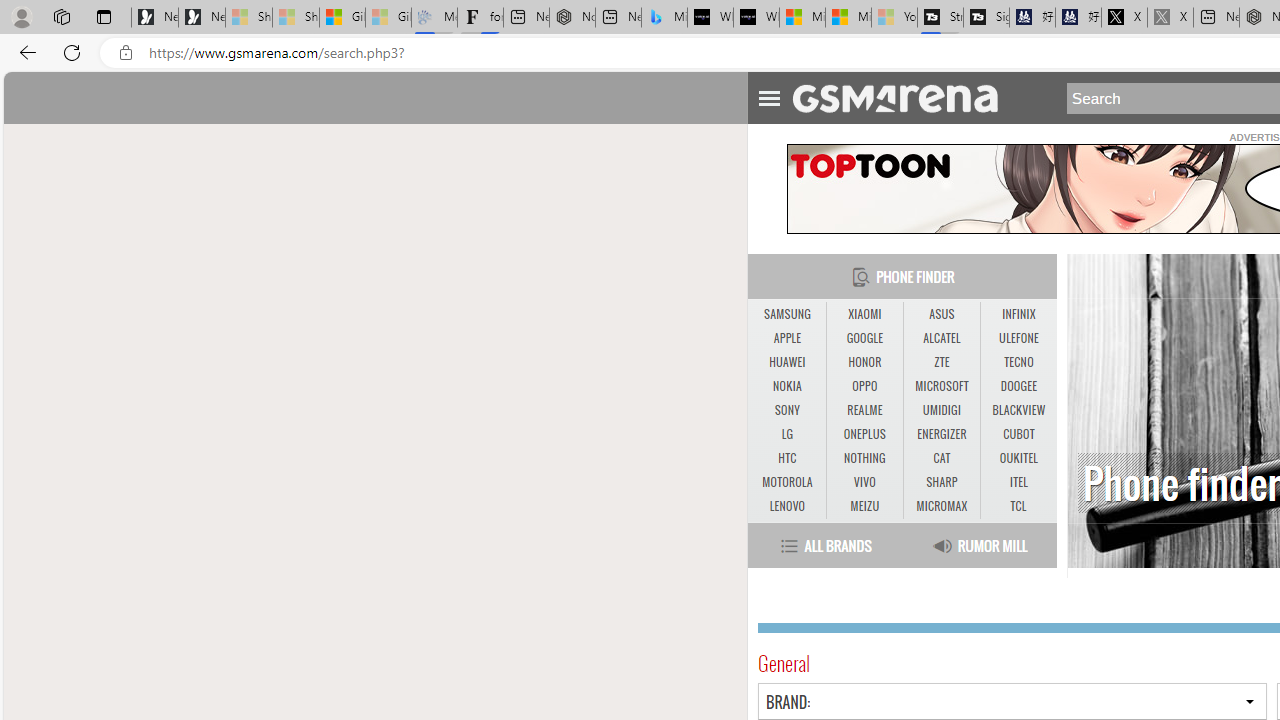  I want to click on 'VIVO', so click(864, 482).